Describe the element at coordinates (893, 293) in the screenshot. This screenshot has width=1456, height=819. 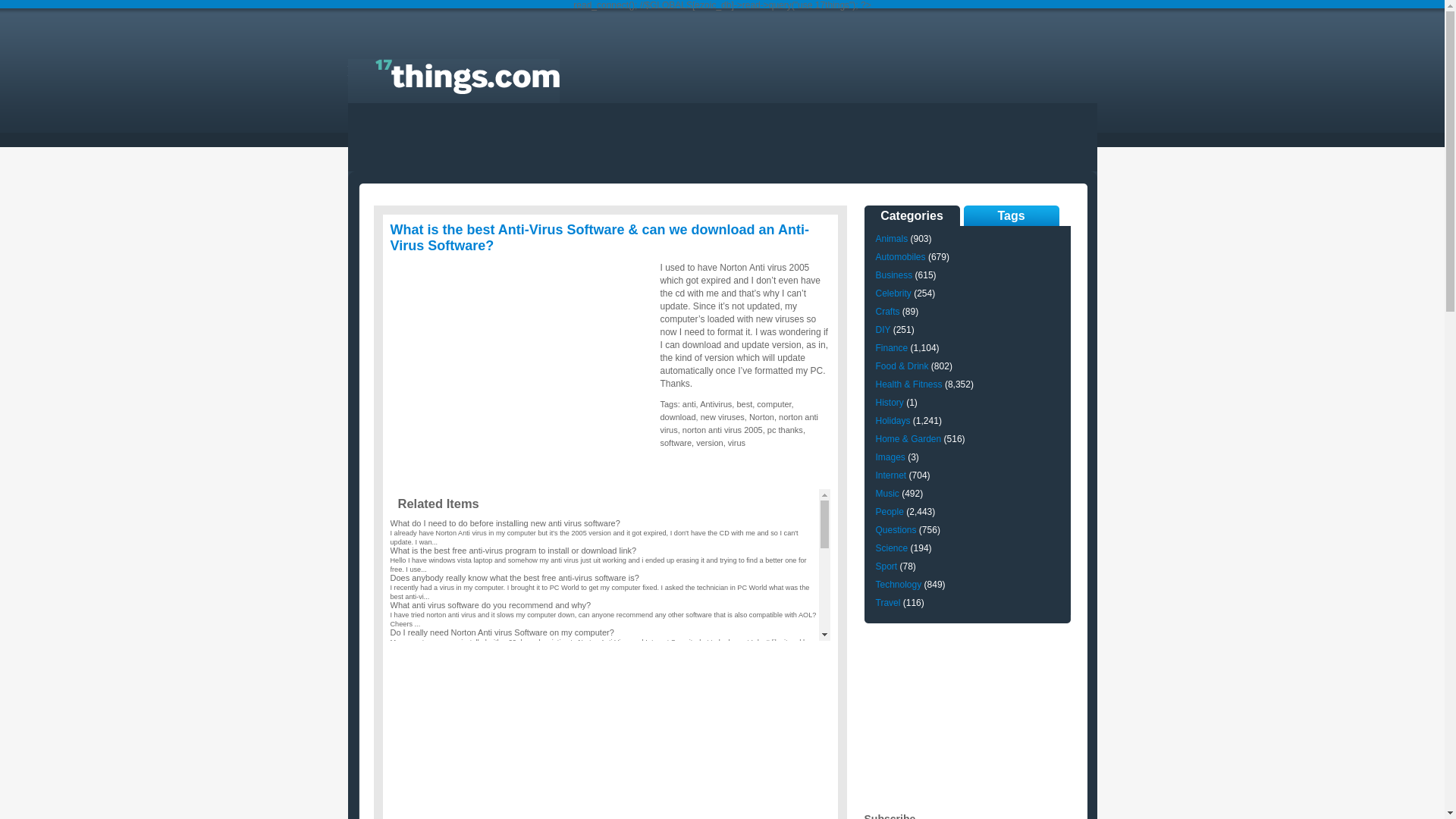
I see `'Celebrity'` at that location.